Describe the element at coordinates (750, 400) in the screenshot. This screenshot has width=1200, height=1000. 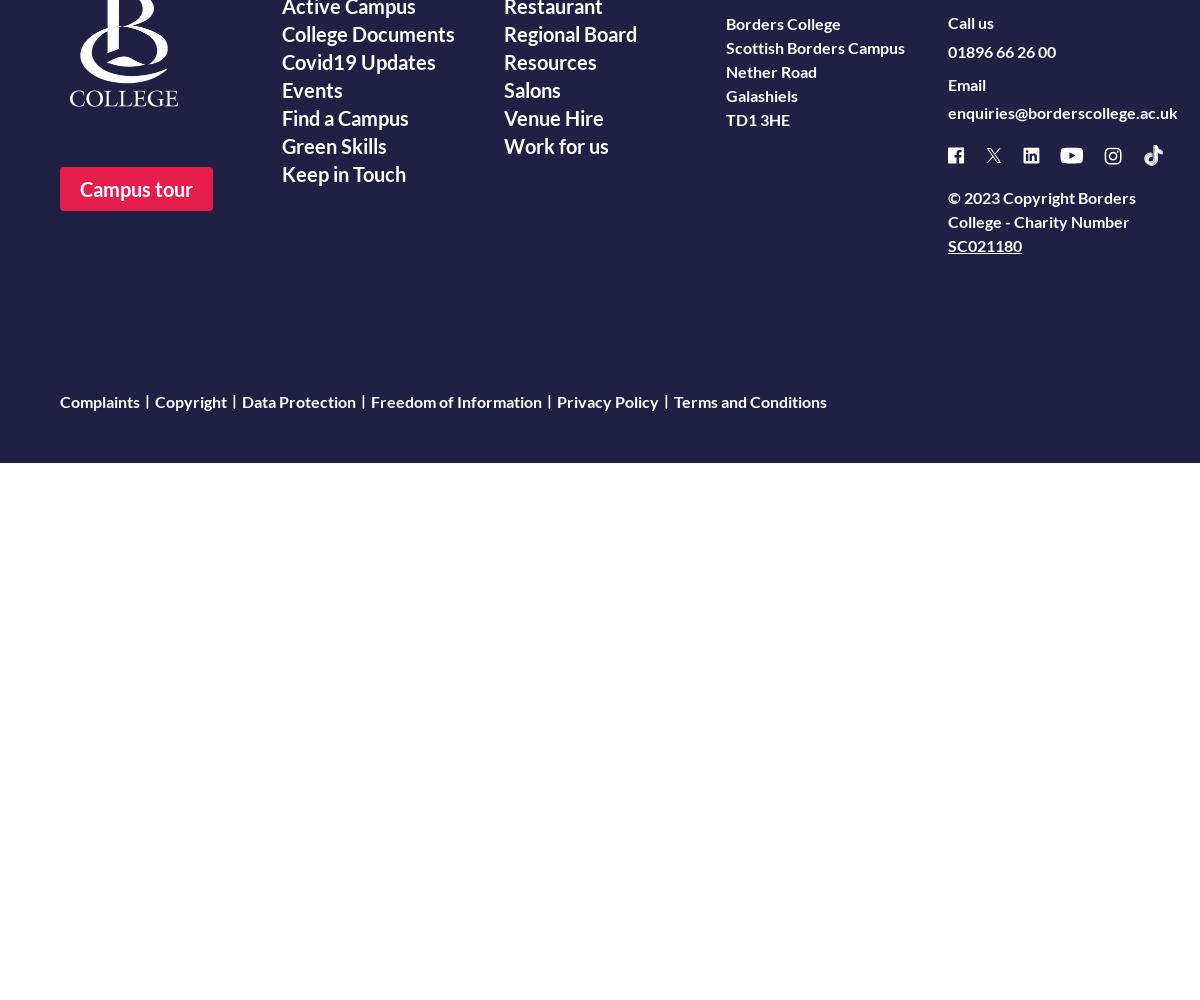
I see `'Terms and Conditions'` at that location.